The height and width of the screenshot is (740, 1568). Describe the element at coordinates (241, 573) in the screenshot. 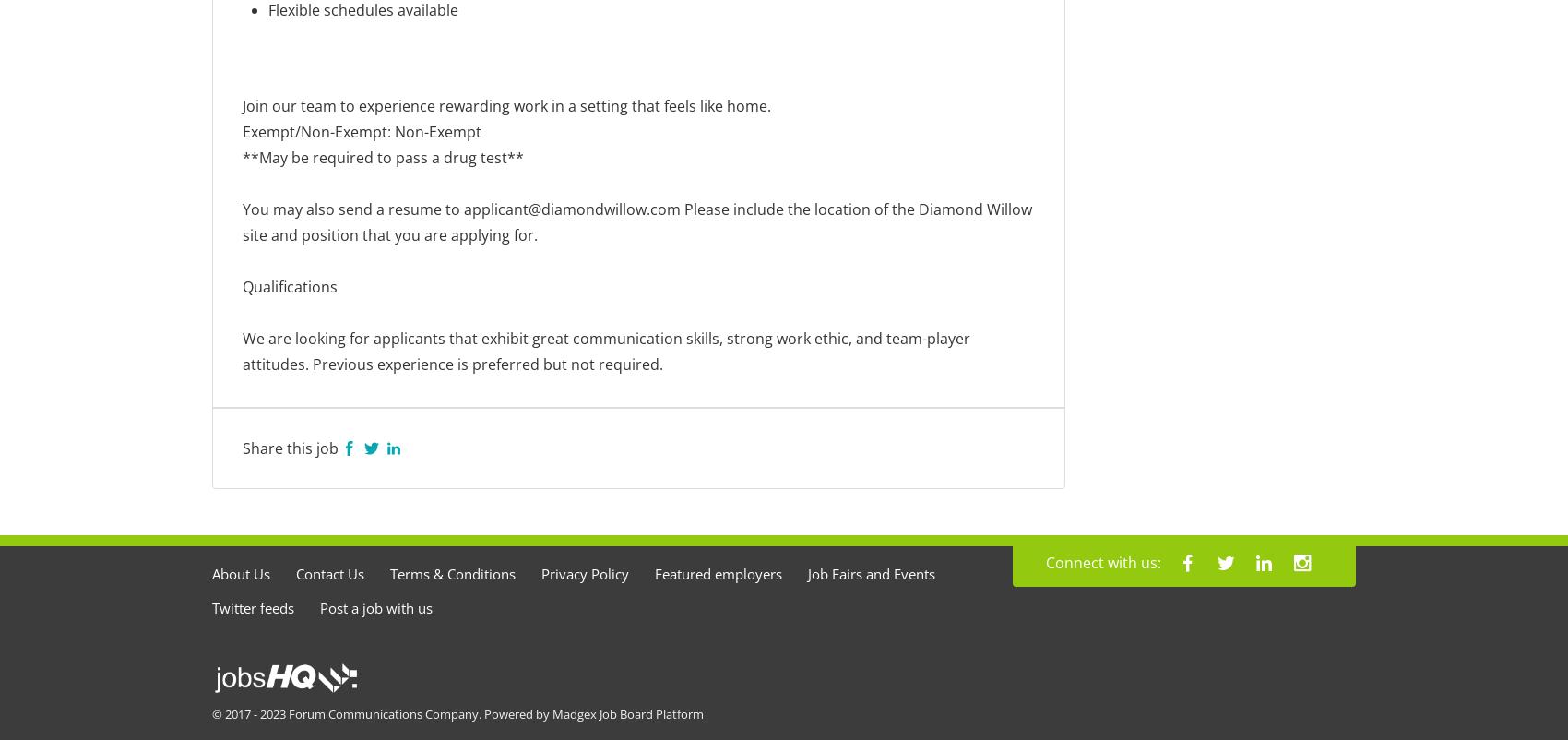

I see `'About Us'` at that location.